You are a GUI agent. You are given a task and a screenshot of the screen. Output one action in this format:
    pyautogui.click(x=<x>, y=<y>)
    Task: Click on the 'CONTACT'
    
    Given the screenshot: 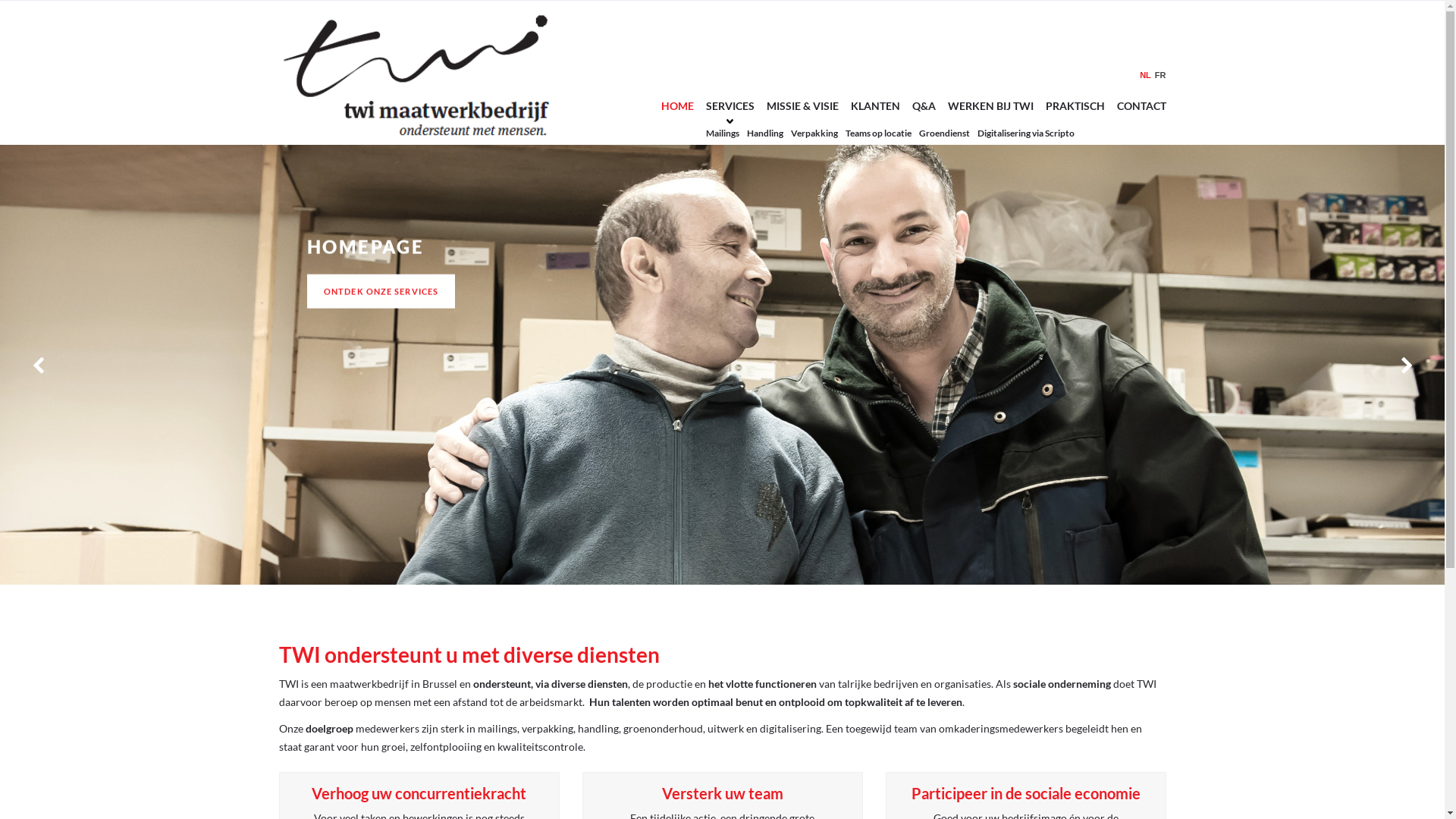 What is the action you would take?
    pyautogui.click(x=1116, y=105)
    